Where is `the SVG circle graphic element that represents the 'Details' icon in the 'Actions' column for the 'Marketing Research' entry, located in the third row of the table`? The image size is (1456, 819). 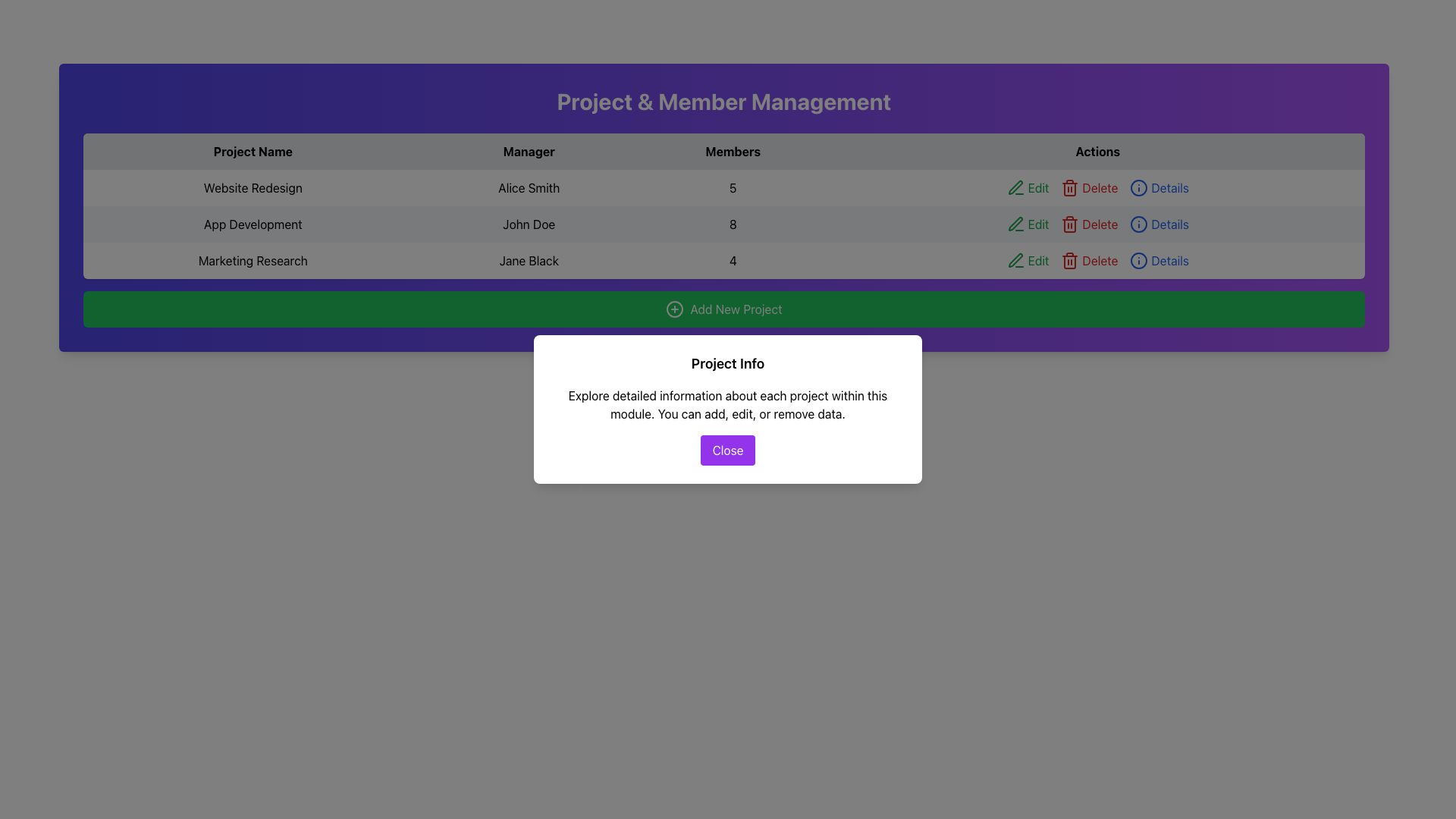
the SVG circle graphic element that represents the 'Details' icon in the 'Actions' column for the 'Marketing Research' entry, located in the third row of the table is located at coordinates (1139, 259).